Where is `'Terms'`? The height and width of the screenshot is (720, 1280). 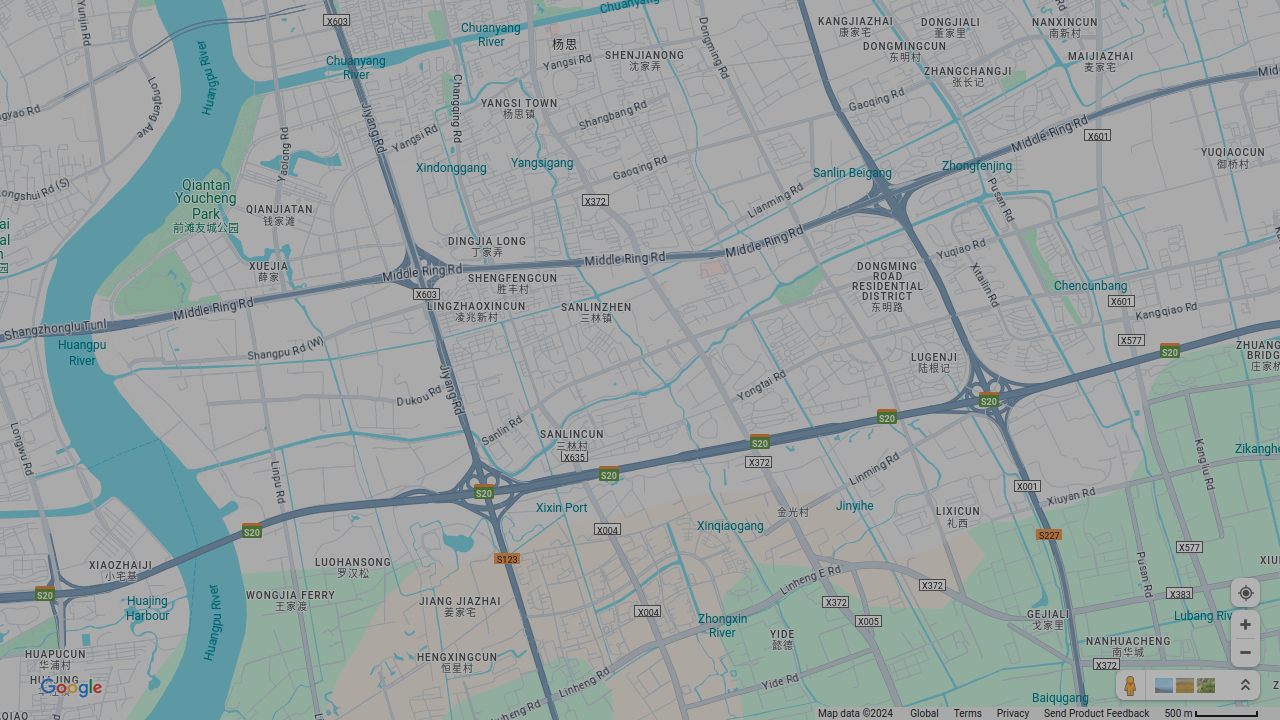
'Terms' is located at coordinates (967, 712).